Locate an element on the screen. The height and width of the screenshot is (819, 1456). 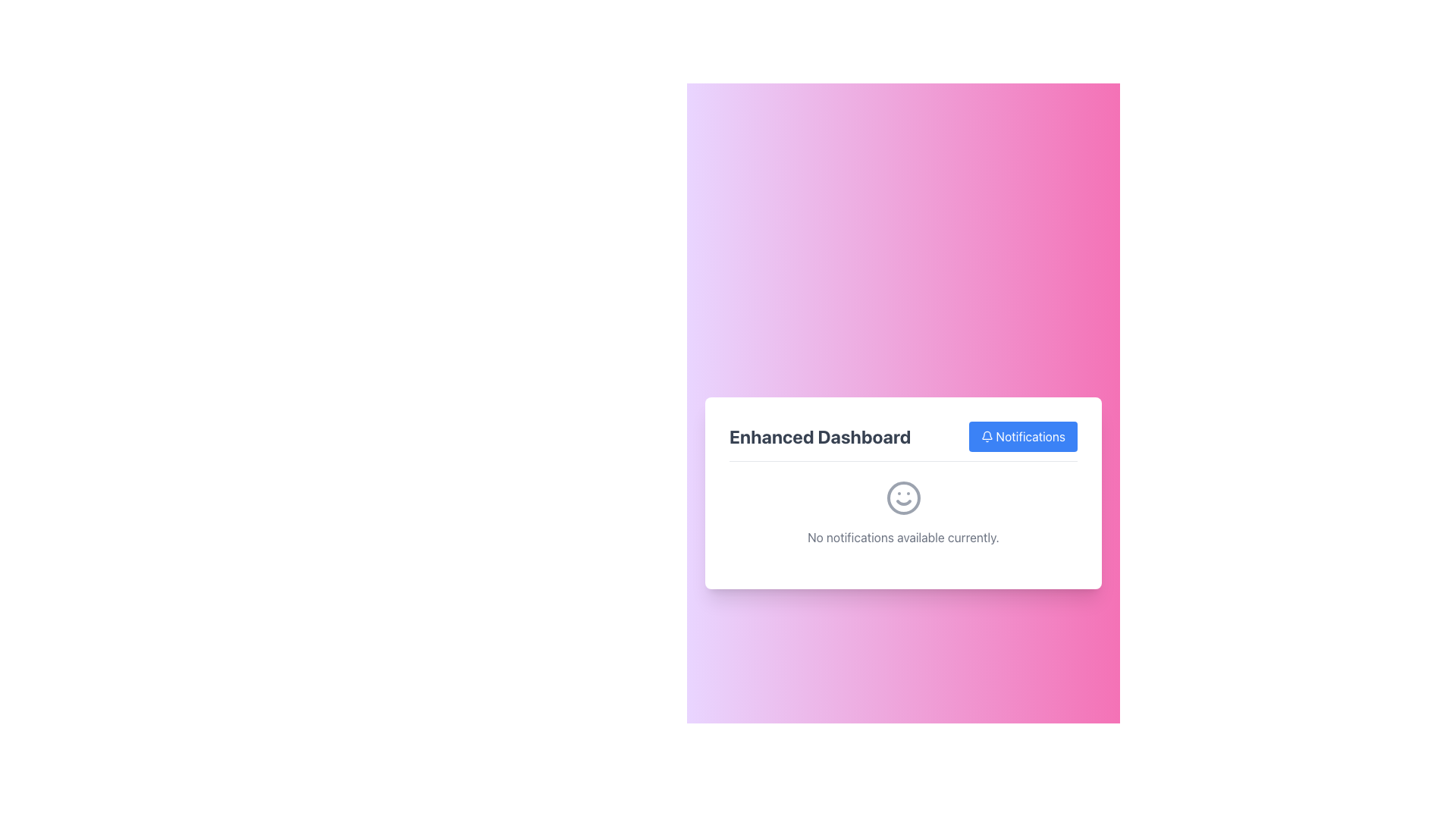
the notifications button located at the top-right corner of the 'Enhanced Dashboard' panel is located at coordinates (1023, 436).